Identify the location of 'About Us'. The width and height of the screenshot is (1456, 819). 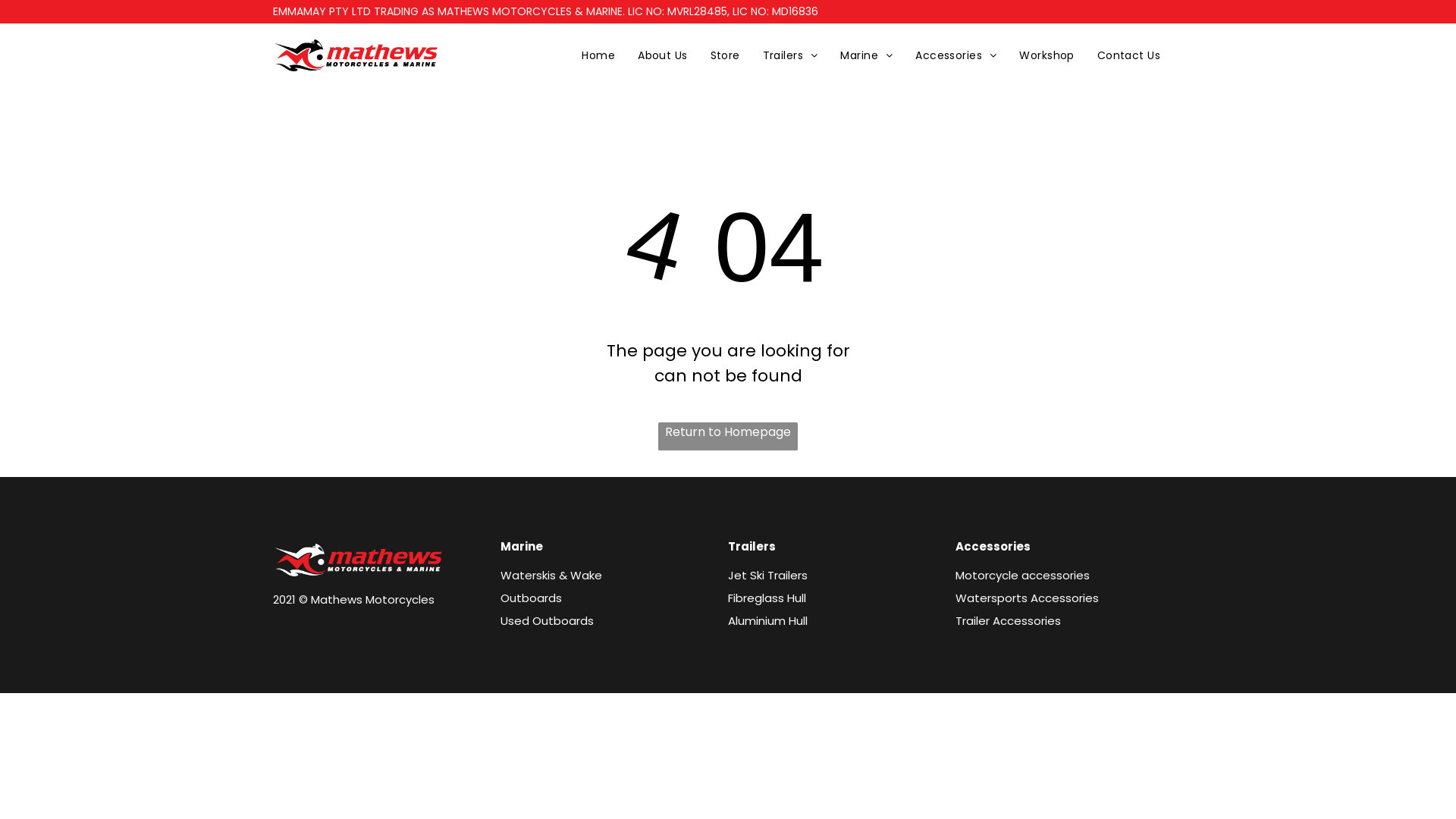
(662, 55).